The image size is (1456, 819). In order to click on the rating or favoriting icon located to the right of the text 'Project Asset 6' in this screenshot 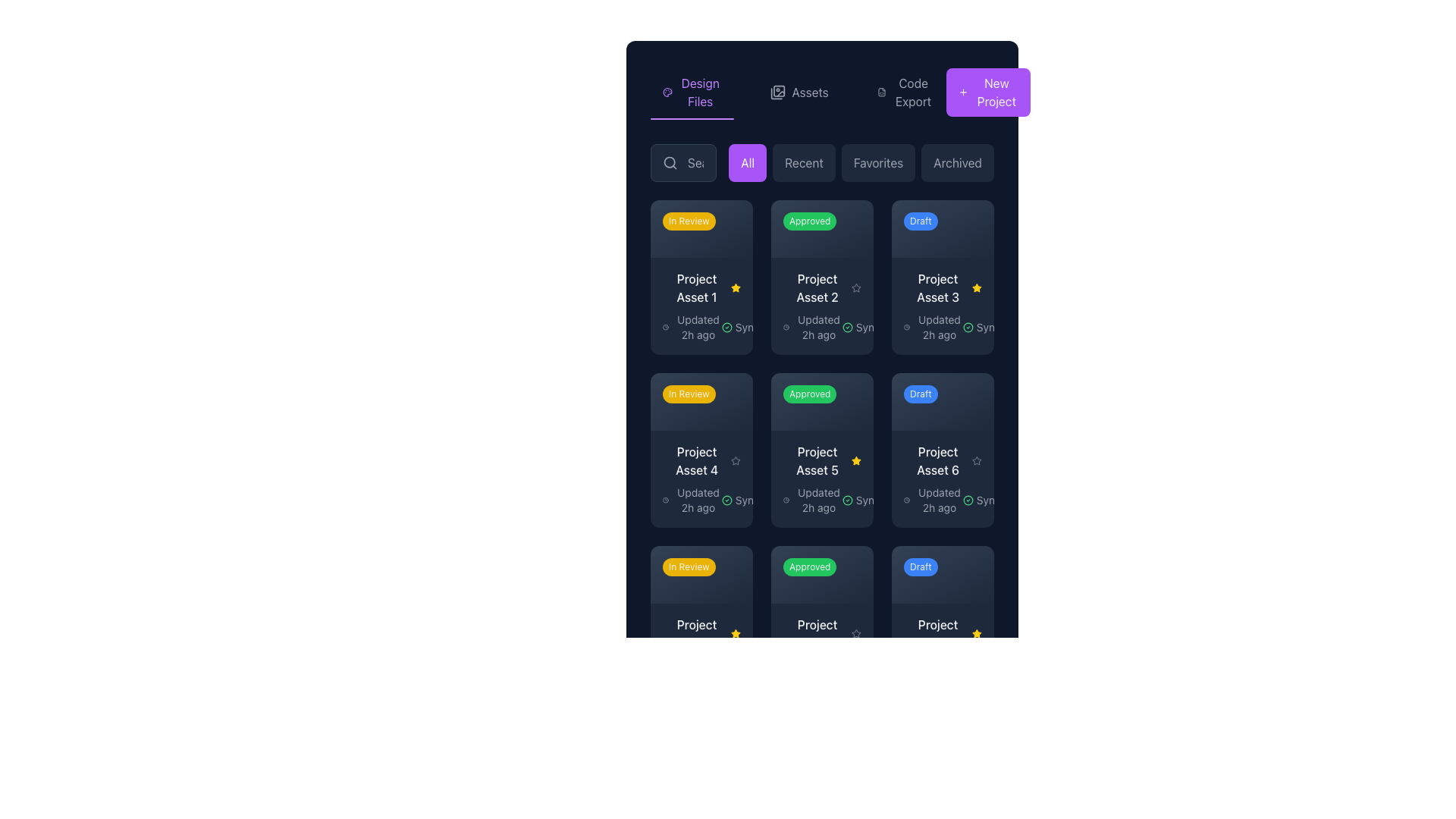, I will do `click(977, 460)`.